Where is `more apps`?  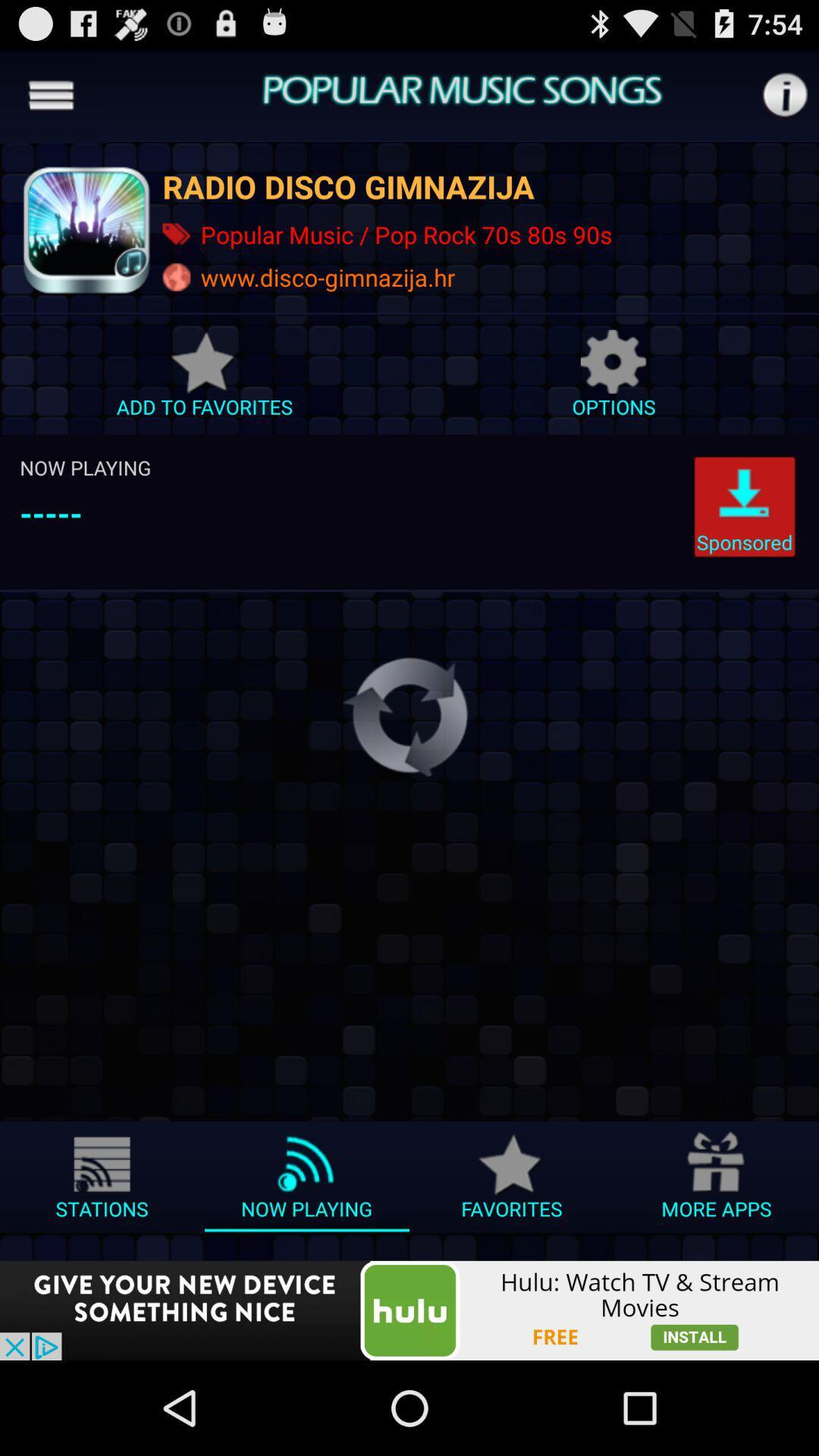 more apps is located at coordinates (717, 1181).